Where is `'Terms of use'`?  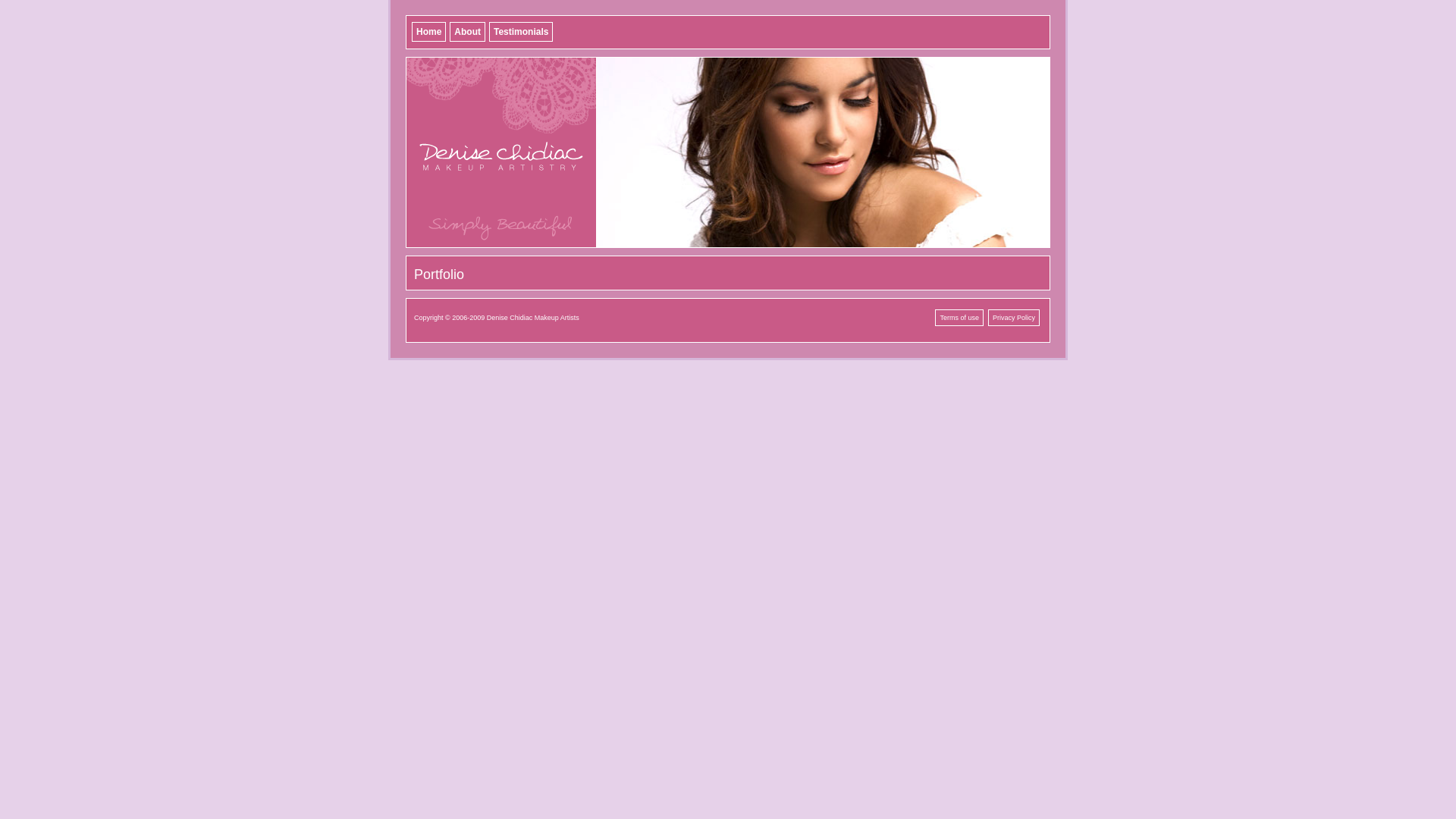 'Terms of use' is located at coordinates (959, 317).